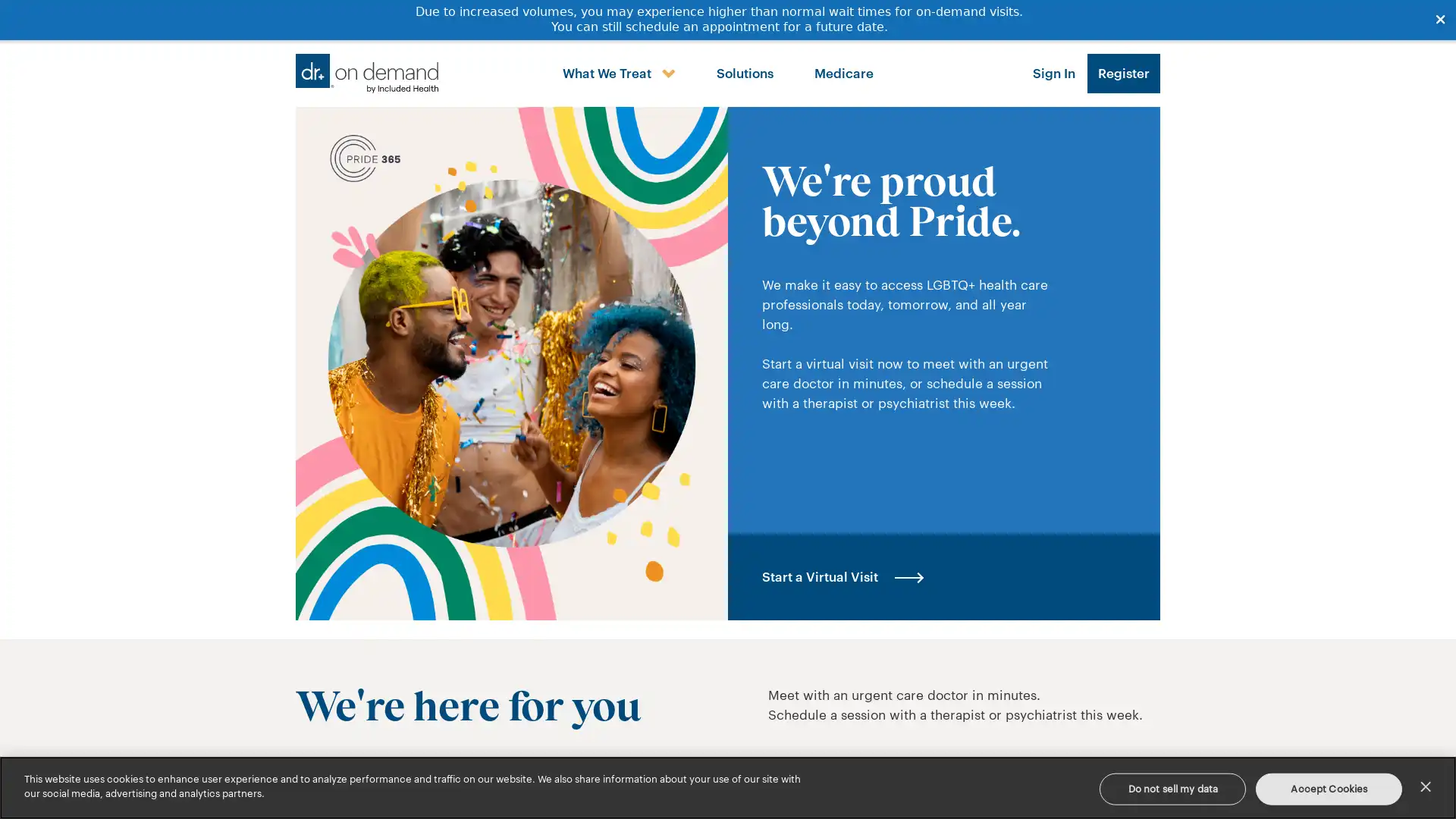 This screenshot has height=819, width=1456. Describe the element at coordinates (1328, 788) in the screenshot. I see `Accept Cookies` at that location.